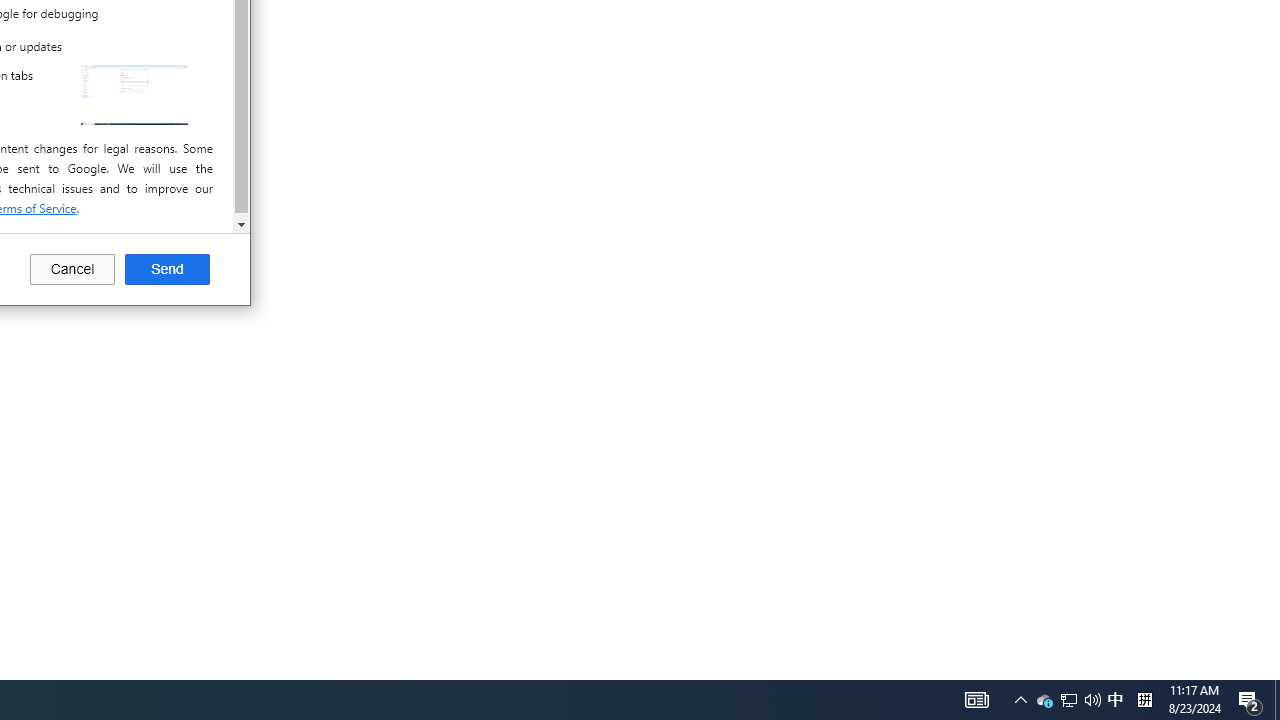 This screenshot has width=1280, height=720. What do you see at coordinates (1114, 698) in the screenshot?
I see `'Tray Input Indicator - Chinese (Simplified, China)'` at bounding box center [1114, 698].